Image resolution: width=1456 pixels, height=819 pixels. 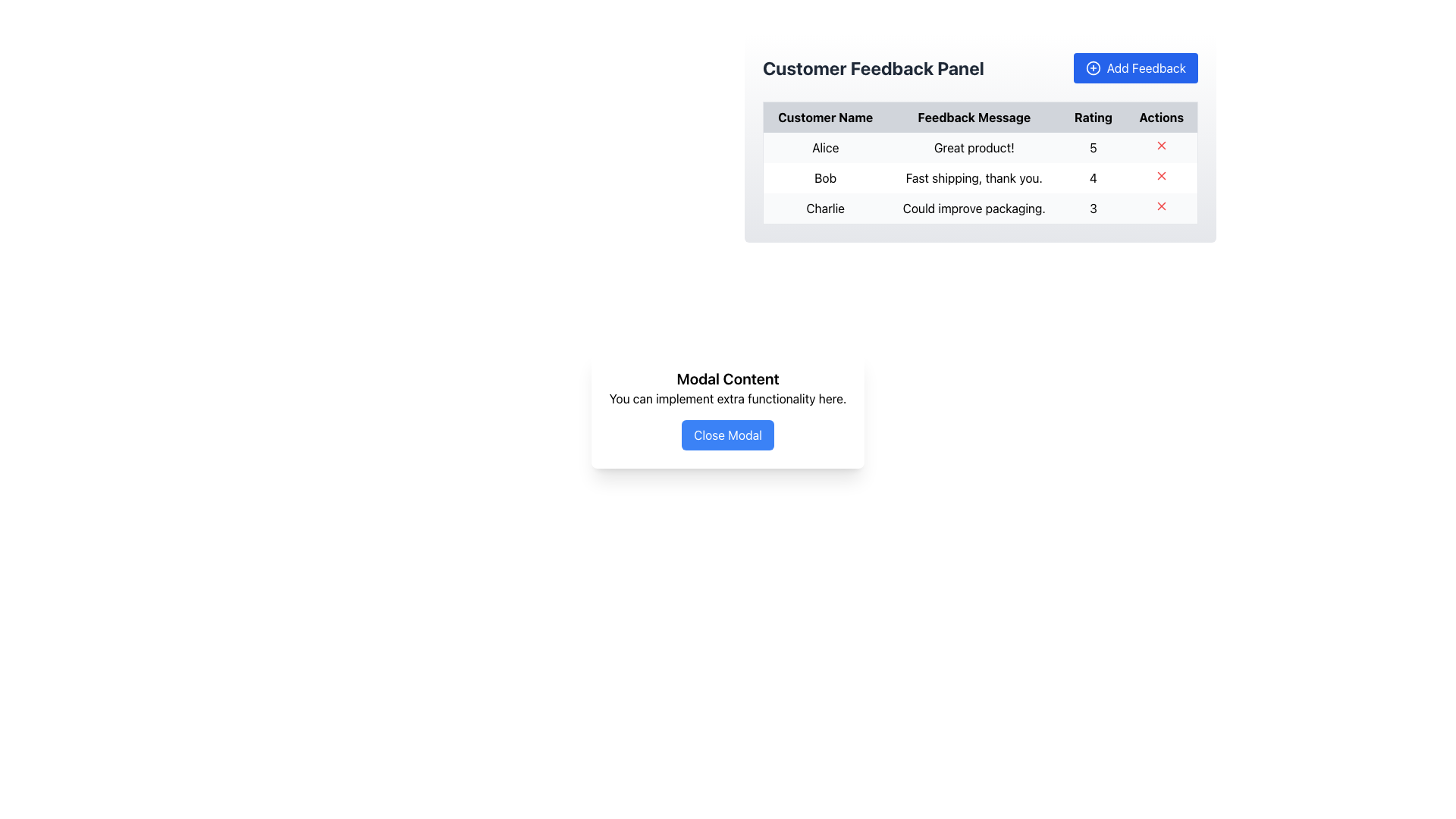 I want to click on the close or delete button in the 'Actions' column of the feedback table, so click(x=1160, y=174).